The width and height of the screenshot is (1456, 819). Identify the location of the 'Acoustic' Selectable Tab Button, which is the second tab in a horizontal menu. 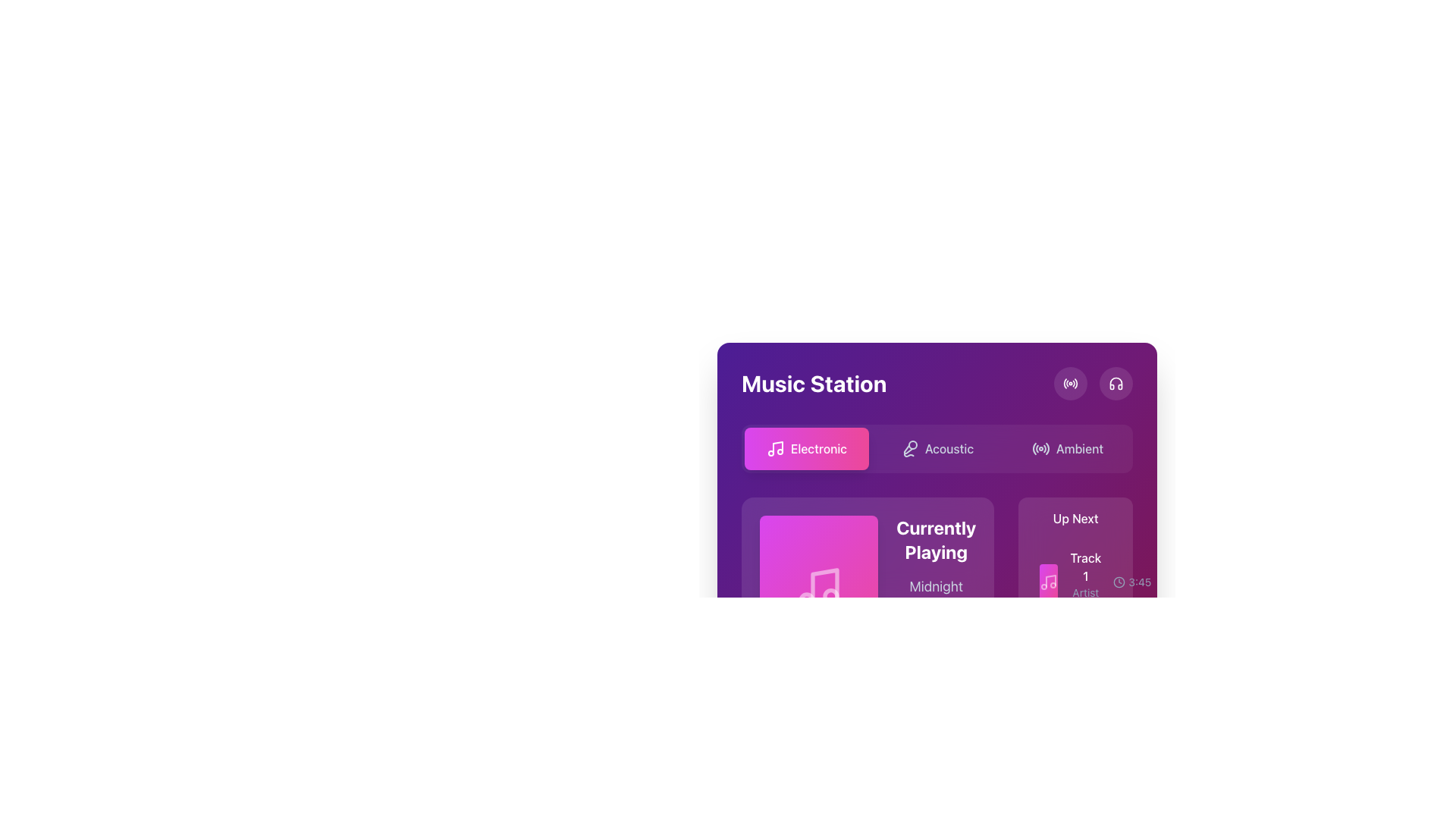
(937, 460).